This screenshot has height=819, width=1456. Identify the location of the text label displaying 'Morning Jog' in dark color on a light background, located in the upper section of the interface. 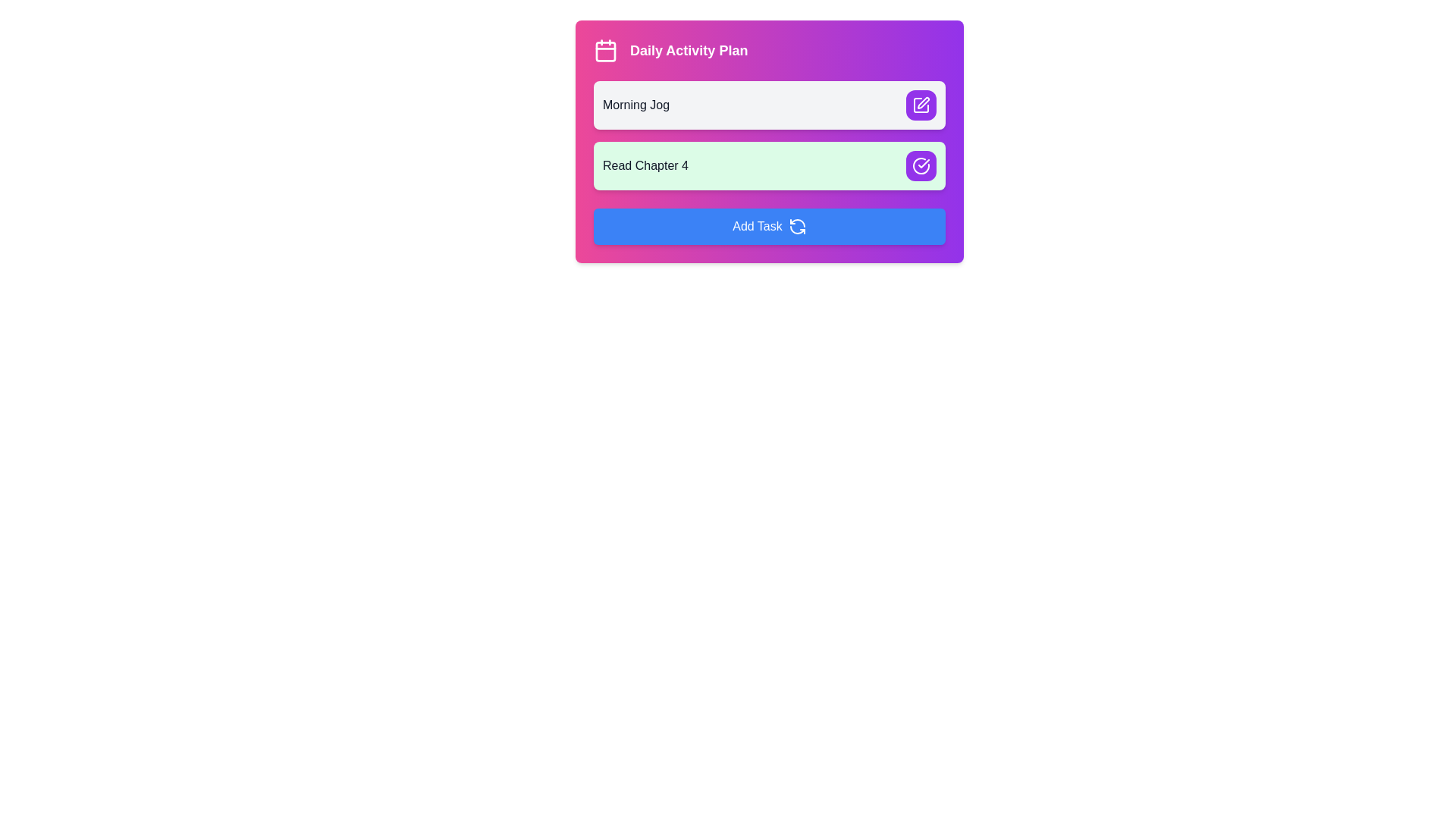
(636, 104).